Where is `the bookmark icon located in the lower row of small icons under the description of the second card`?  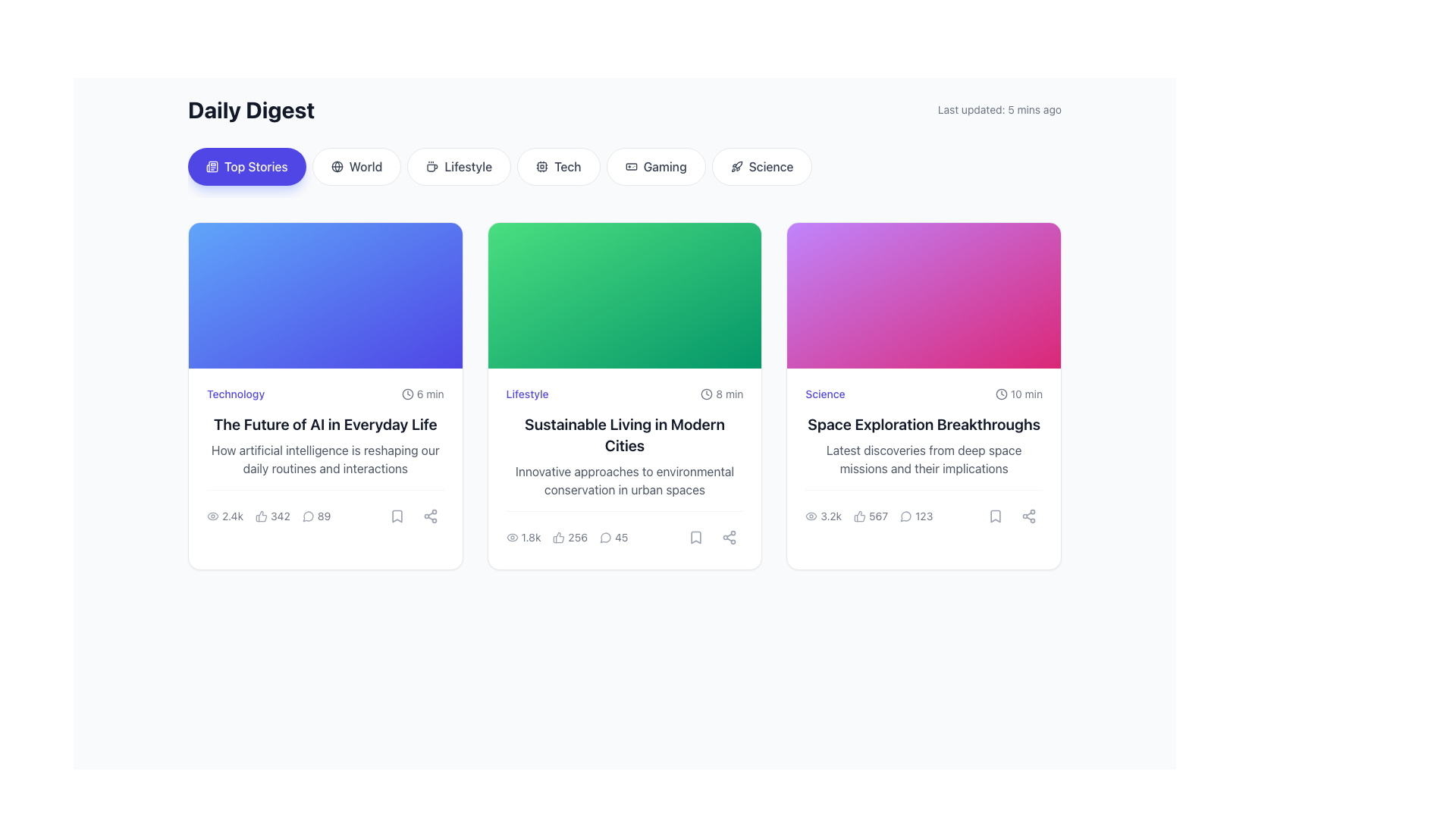 the bookmark icon located in the lower row of small icons under the description of the second card is located at coordinates (695, 537).